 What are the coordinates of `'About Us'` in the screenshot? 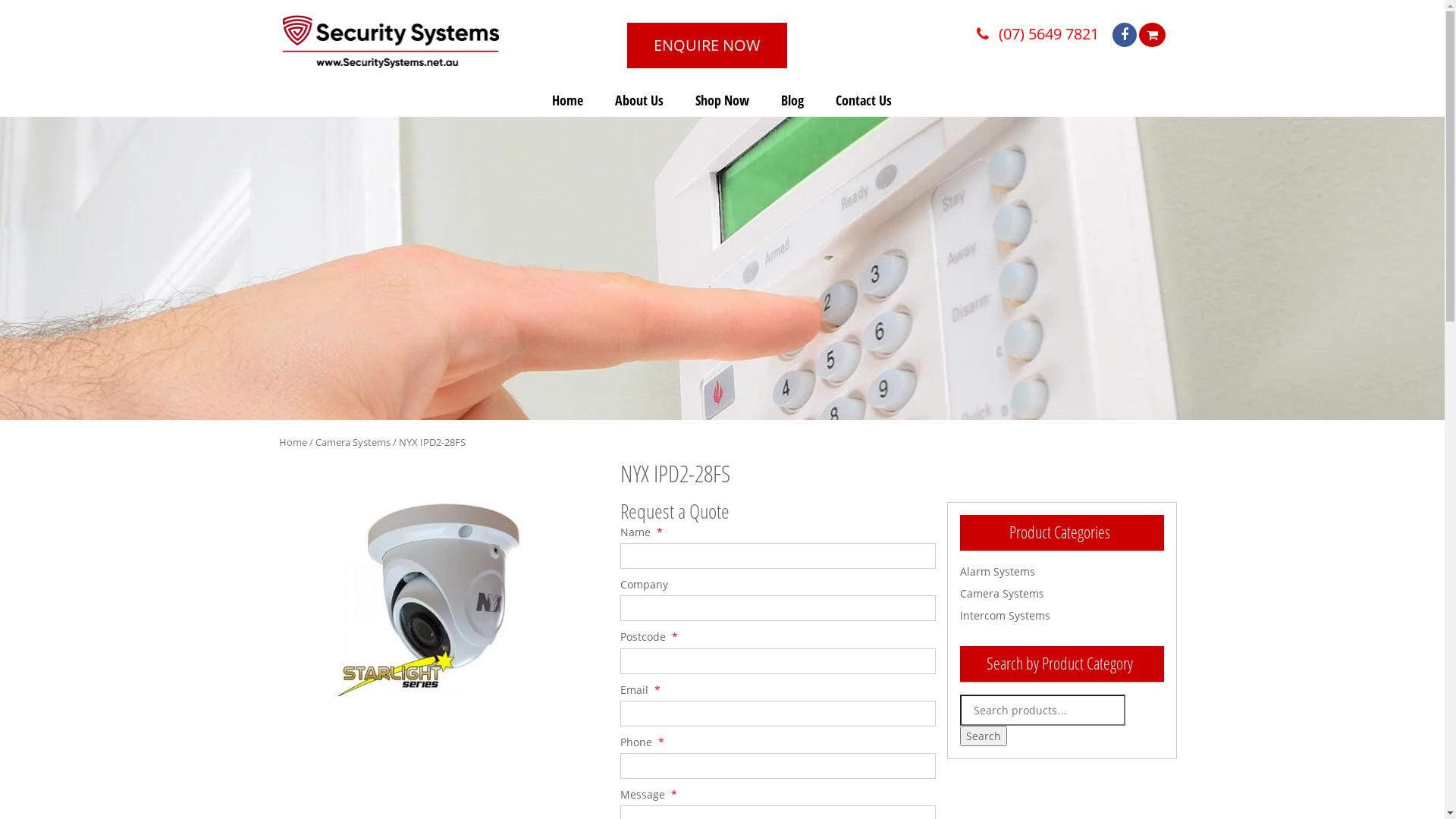 It's located at (639, 99).